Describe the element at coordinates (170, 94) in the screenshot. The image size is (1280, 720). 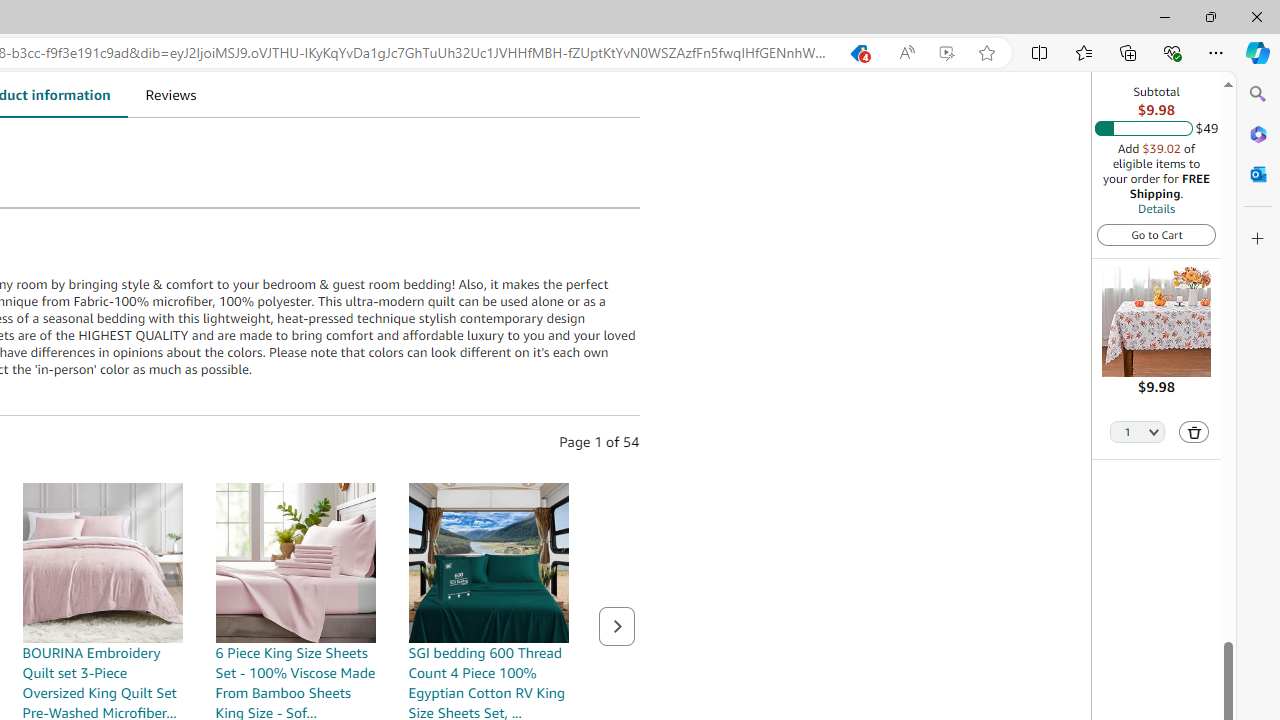
I see `'Reviews'` at that location.